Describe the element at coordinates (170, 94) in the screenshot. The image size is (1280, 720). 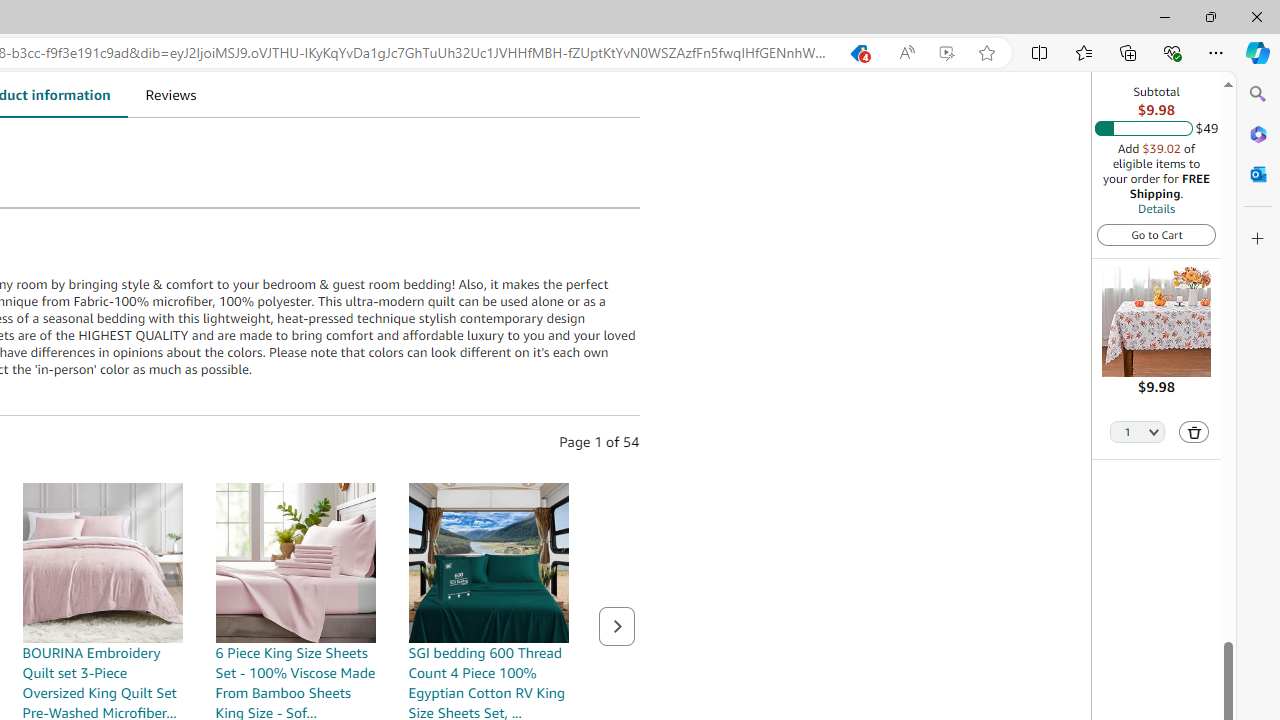
I see `'Reviews'` at that location.